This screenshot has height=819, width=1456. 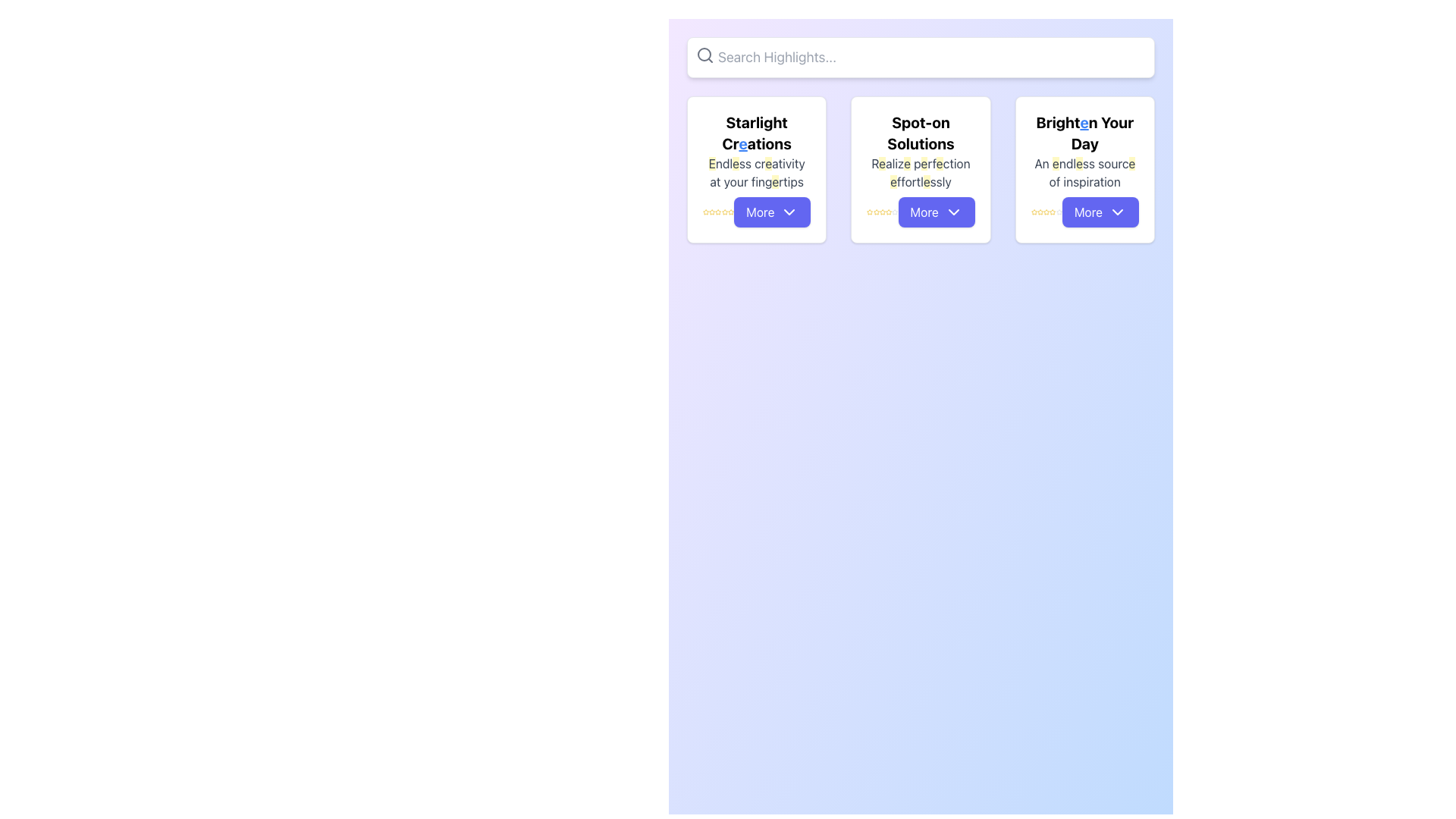 I want to click on the text element that highlights the character 'E' in the sentence 'Endless creativity at your fingertips', located in the first card titled 'Starlight Creations', so click(x=711, y=164).